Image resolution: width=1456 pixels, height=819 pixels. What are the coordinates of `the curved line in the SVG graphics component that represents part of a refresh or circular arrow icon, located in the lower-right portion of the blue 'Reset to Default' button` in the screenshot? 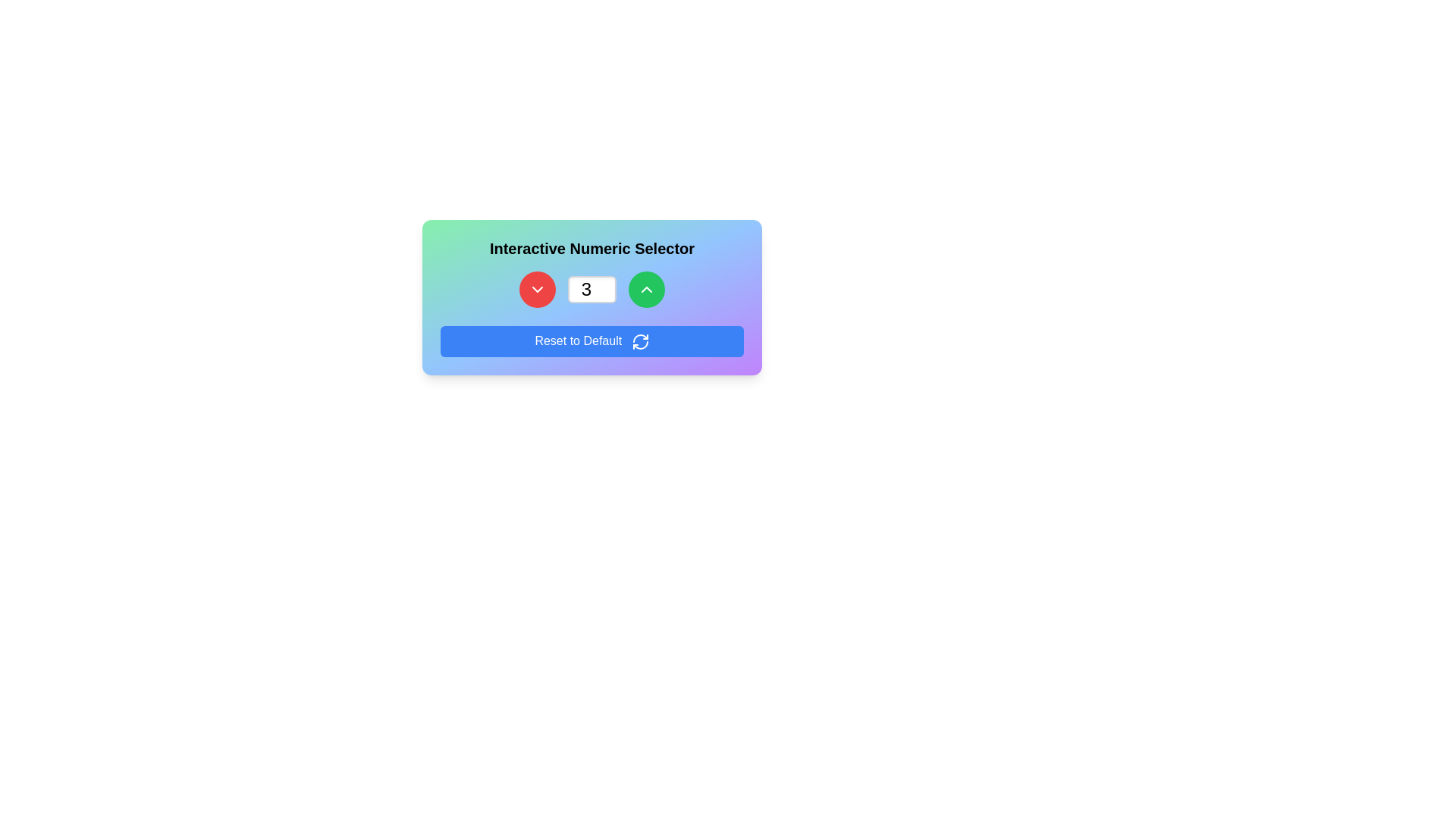 It's located at (640, 337).